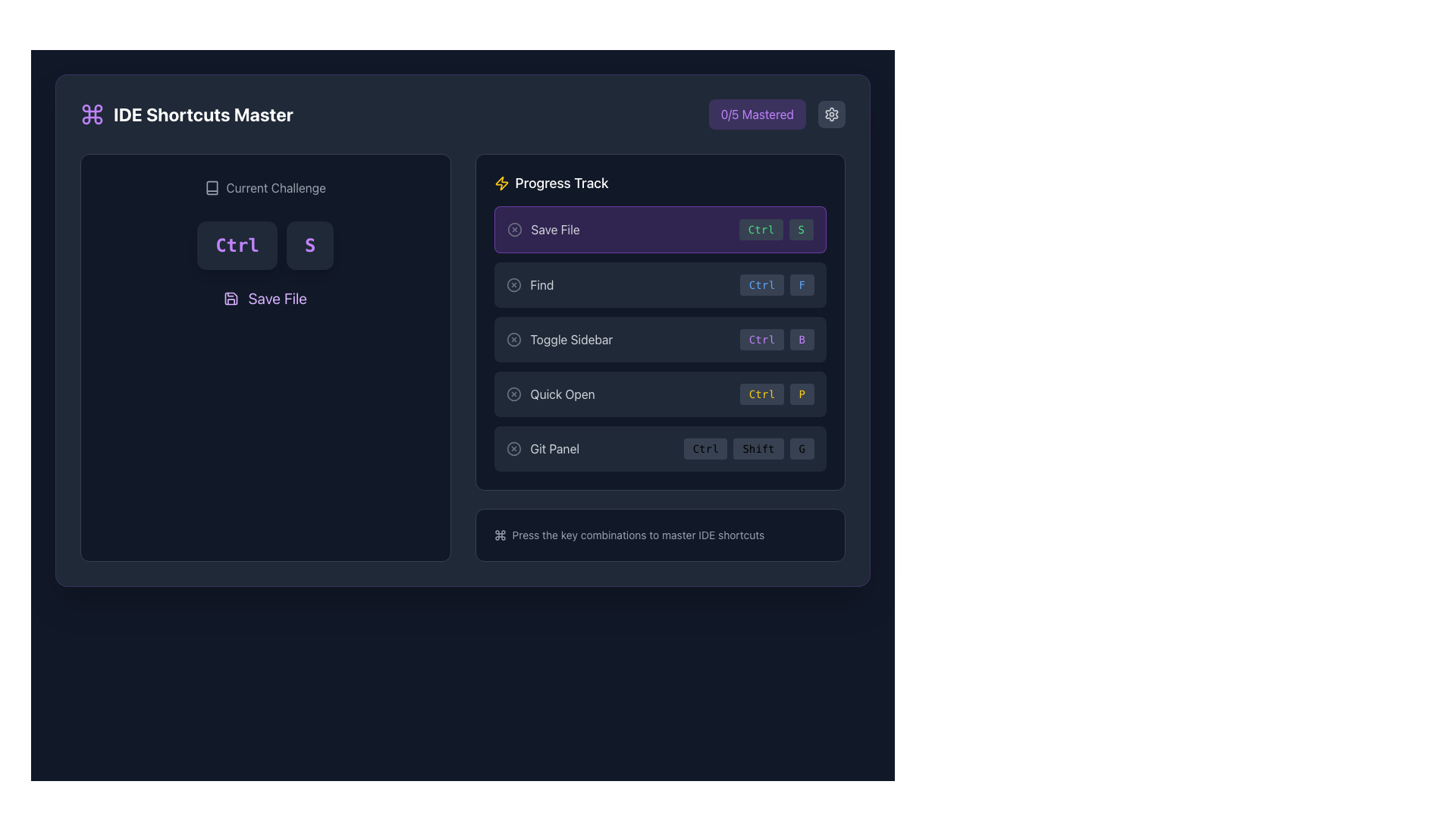  What do you see at coordinates (801, 338) in the screenshot?
I see `the rectangular button representing the keyboard shortcut key with a bold 'B' in purple on a dark gray background, located next to the 'Ctrl' button` at bounding box center [801, 338].